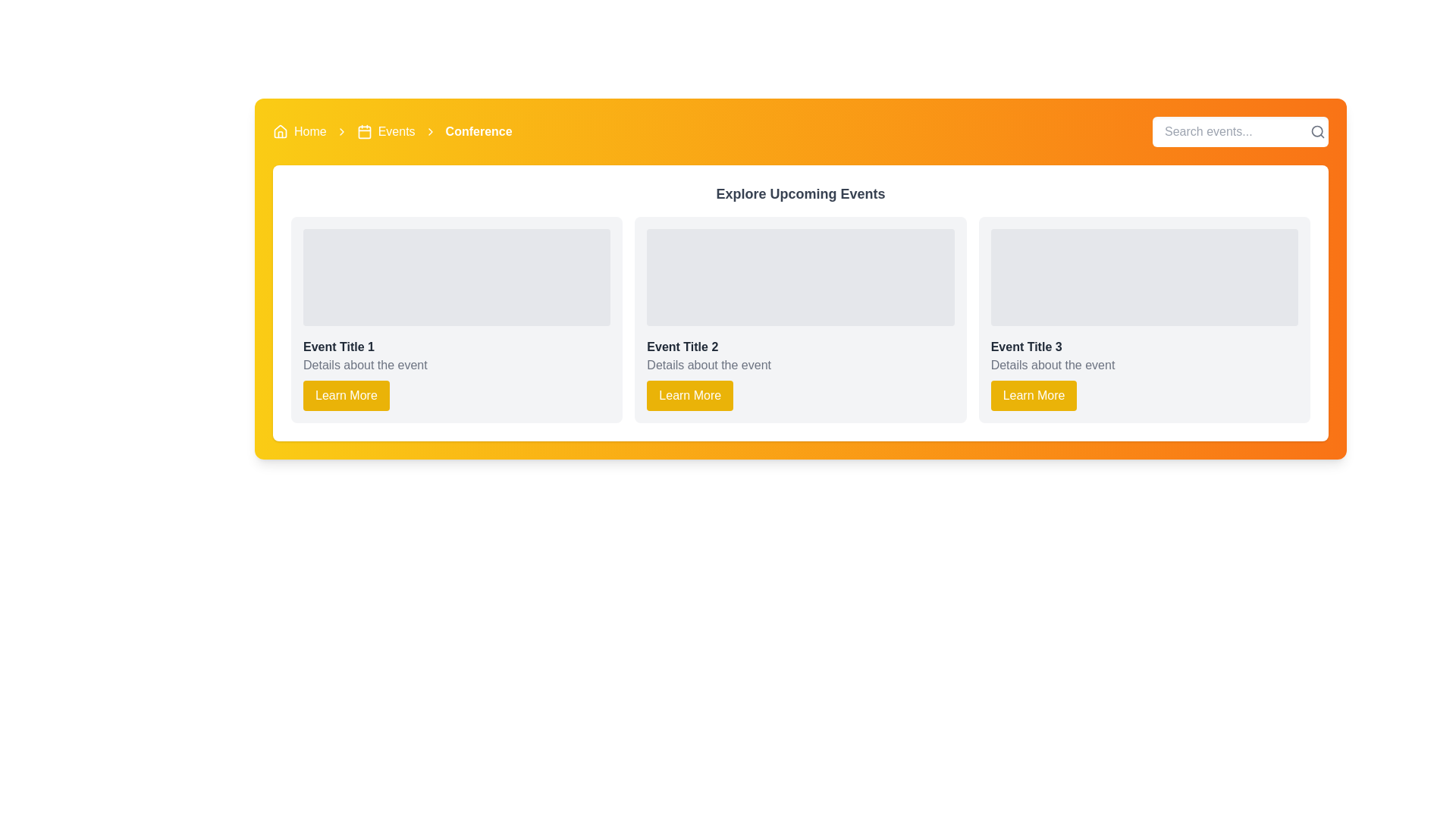 The height and width of the screenshot is (819, 1456). What do you see at coordinates (1316, 130) in the screenshot?
I see `the interactive button with a search icon located in the top-right corner of the interface to initiate a search` at bounding box center [1316, 130].